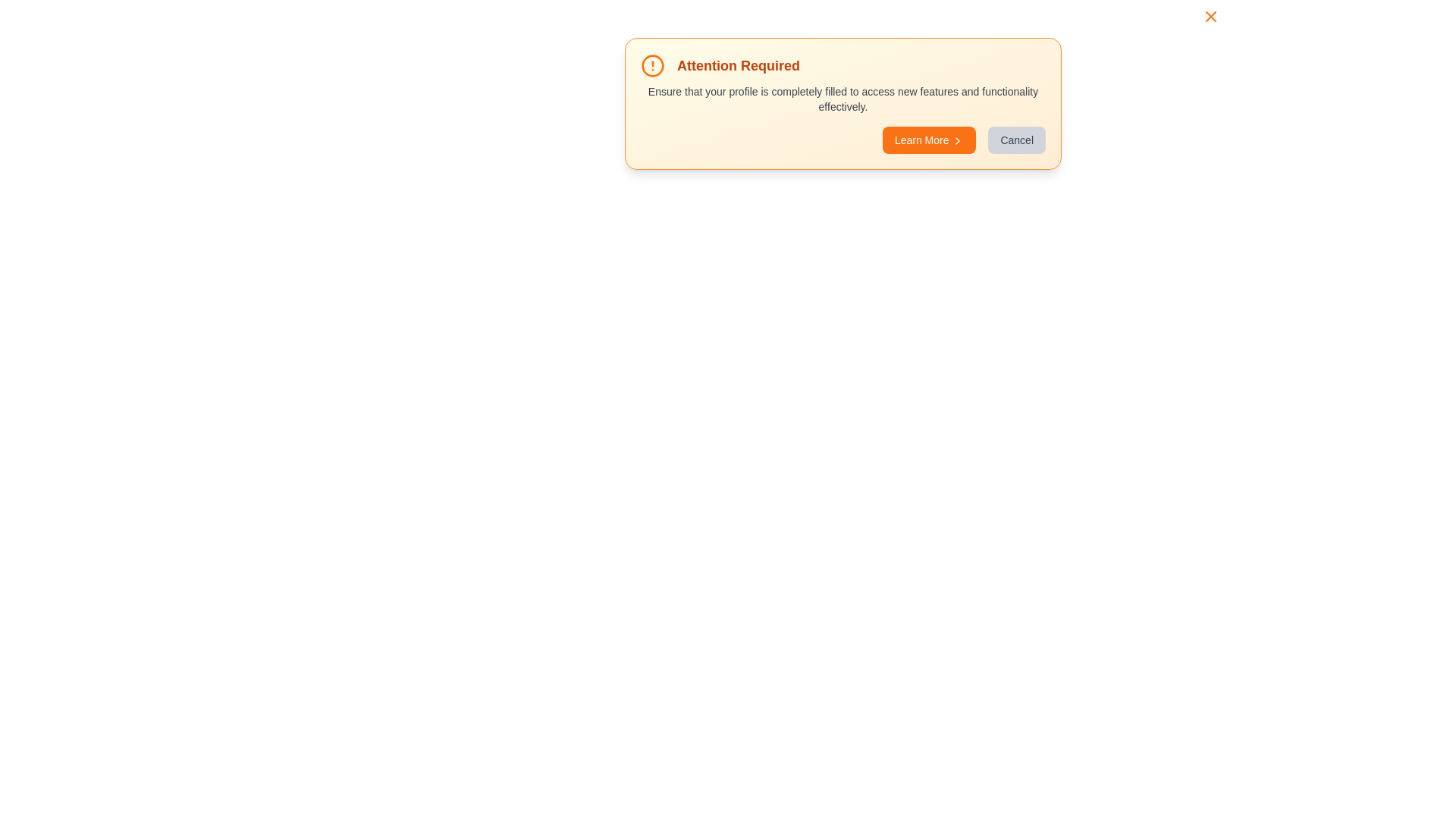 The width and height of the screenshot is (1456, 819). What do you see at coordinates (928, 140) in the screenshot?
I see `the 'Learn More' button` at bounding box center [928, 140].